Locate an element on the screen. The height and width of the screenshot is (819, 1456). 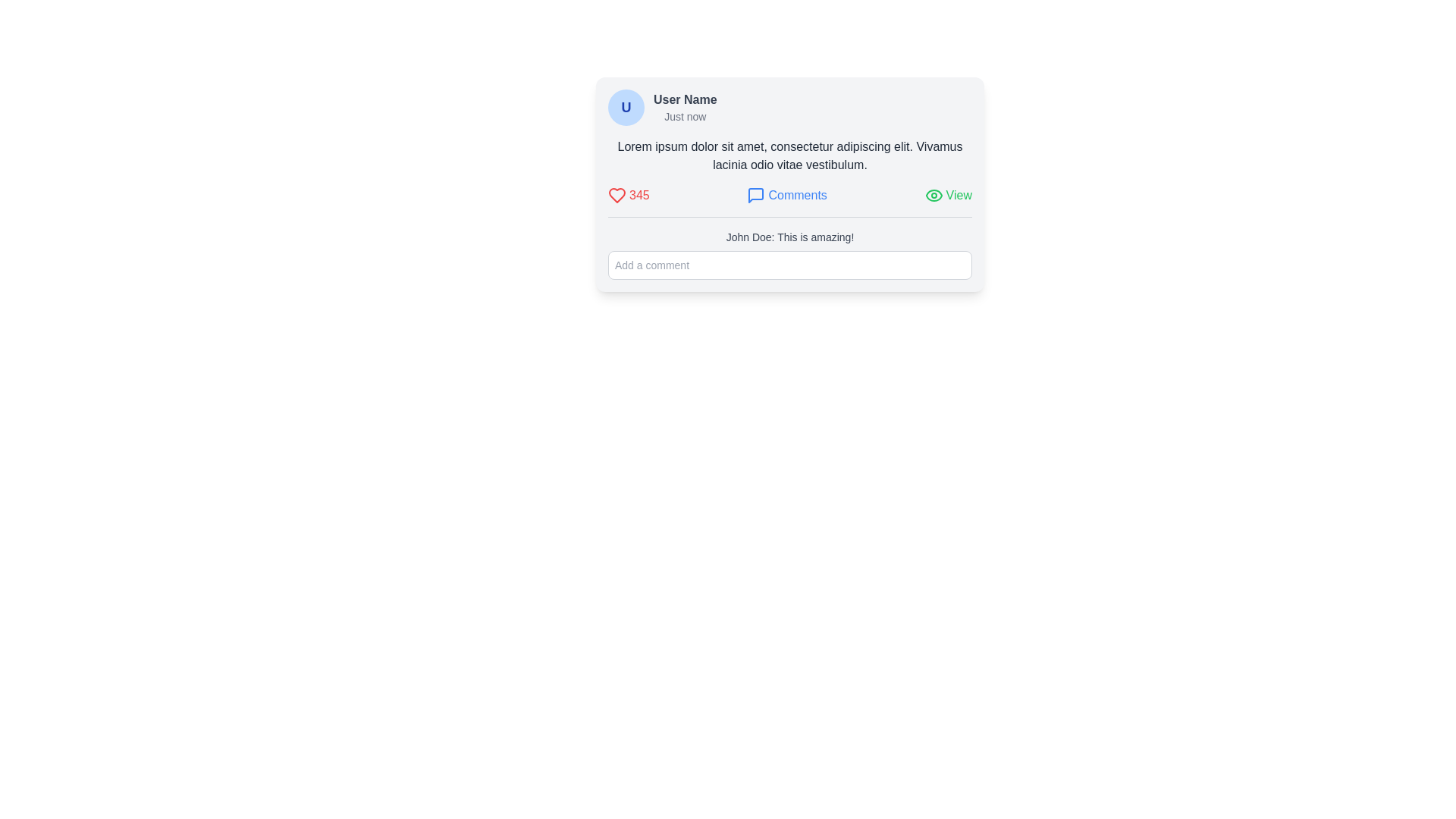
the paragraph of text styled in gray font that reads 'Lorem ipsum dolor sit amet, consectetur adipiscing elit. Vivamus lacinia odio vitae vestibulum.' located on a white card-like background is located at coordinates (789, 155).